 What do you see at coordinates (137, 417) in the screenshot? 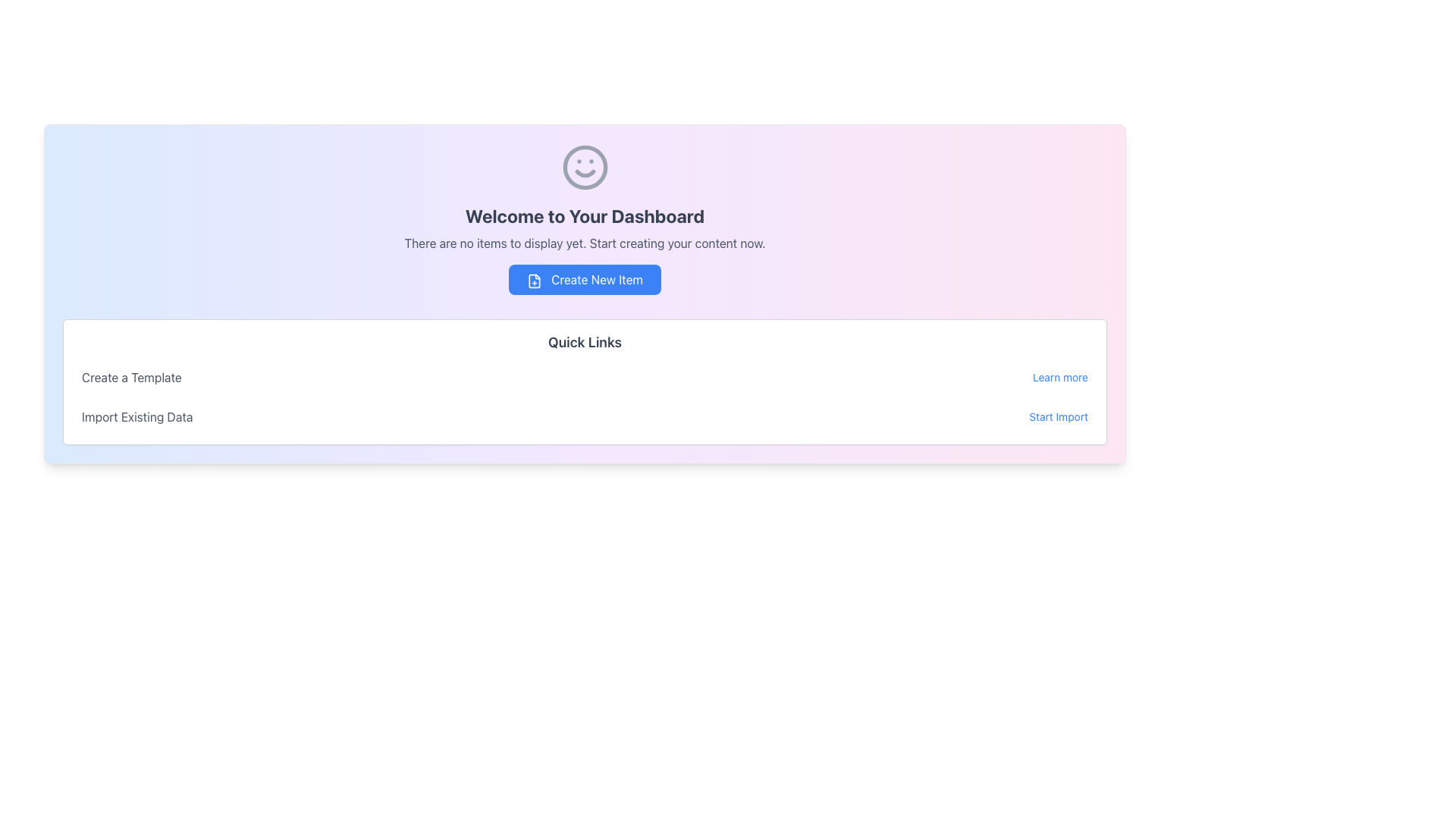
I see `the static text label that provides contextual information about the adjacent 'Start Import' link, which is positioned to its right within the 'Import Existing Data' section` at bounding box center [137, 417].